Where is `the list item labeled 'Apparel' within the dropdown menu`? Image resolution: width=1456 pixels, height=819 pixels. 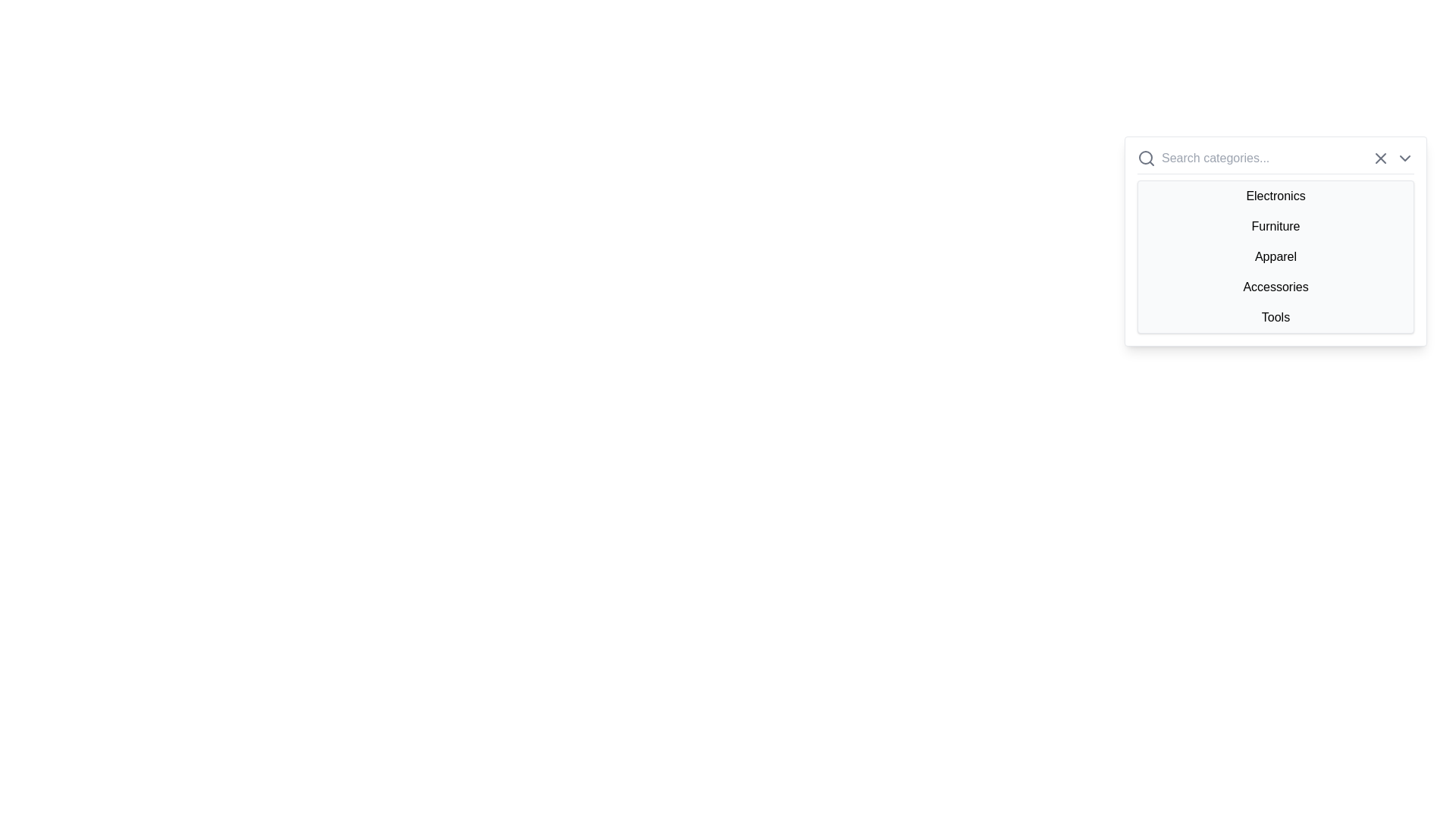 the list item labeled 'Apparel' within the dropdown menu is located at coordinates (1275, 256).